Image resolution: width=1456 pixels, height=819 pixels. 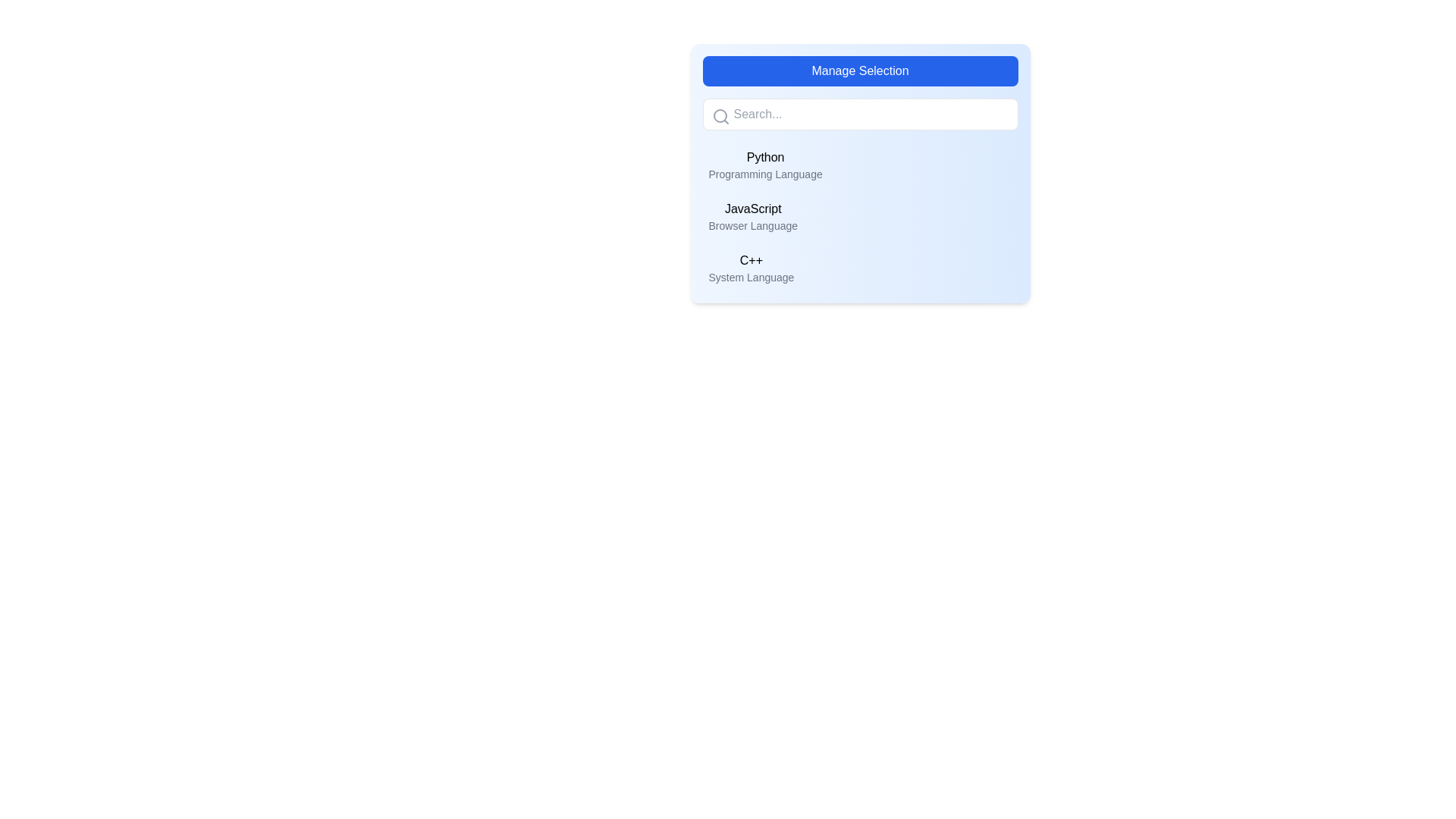 I want to click on the informational list item labeled 'JavaScript' using the keyboard, which is positioned below 'Python Programming Language' and above 'C++ System Language' in the upper right panel, so click(x=753, y=216).